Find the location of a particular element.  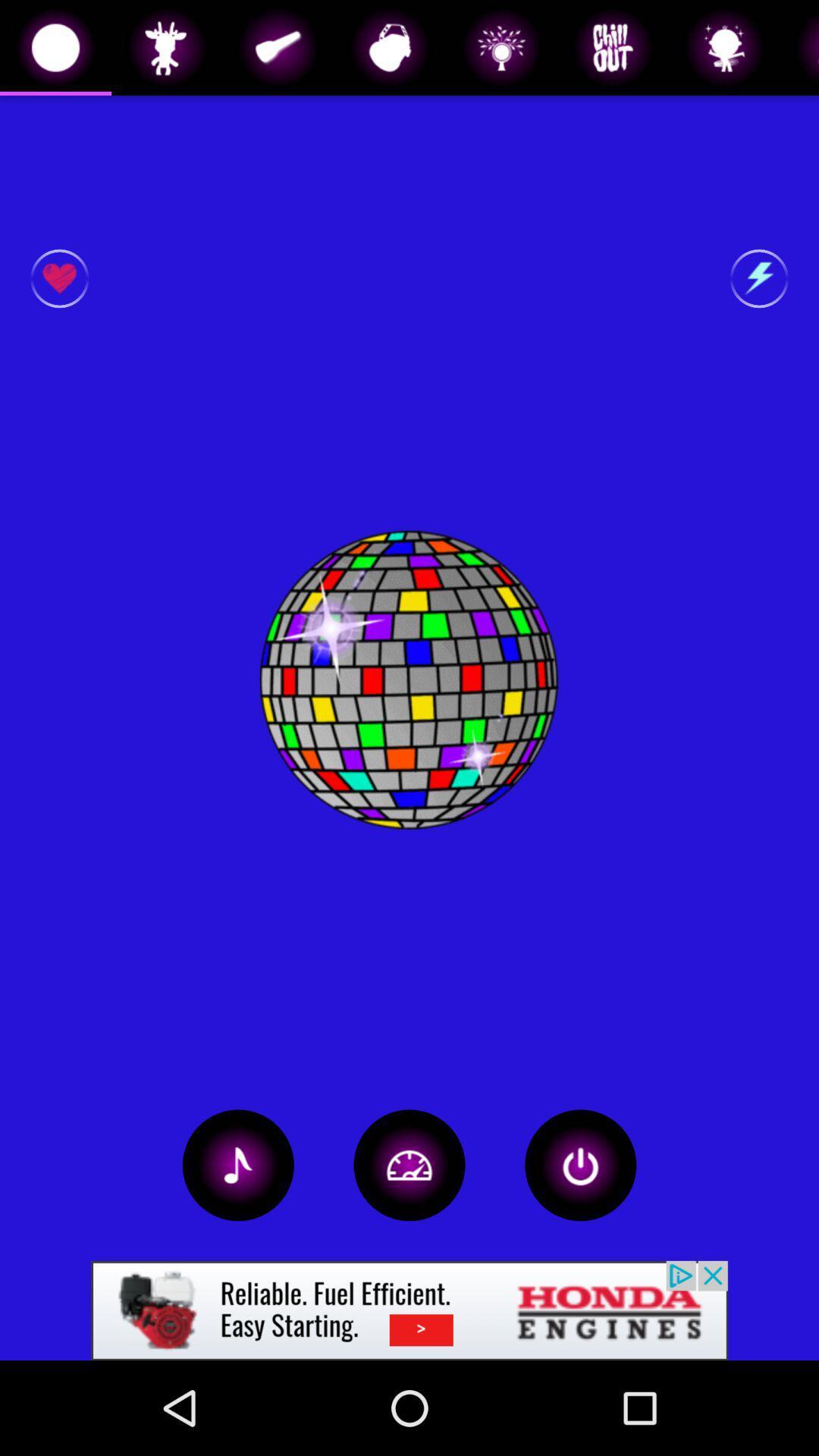

setting page is located at coordinates (409, 1164).